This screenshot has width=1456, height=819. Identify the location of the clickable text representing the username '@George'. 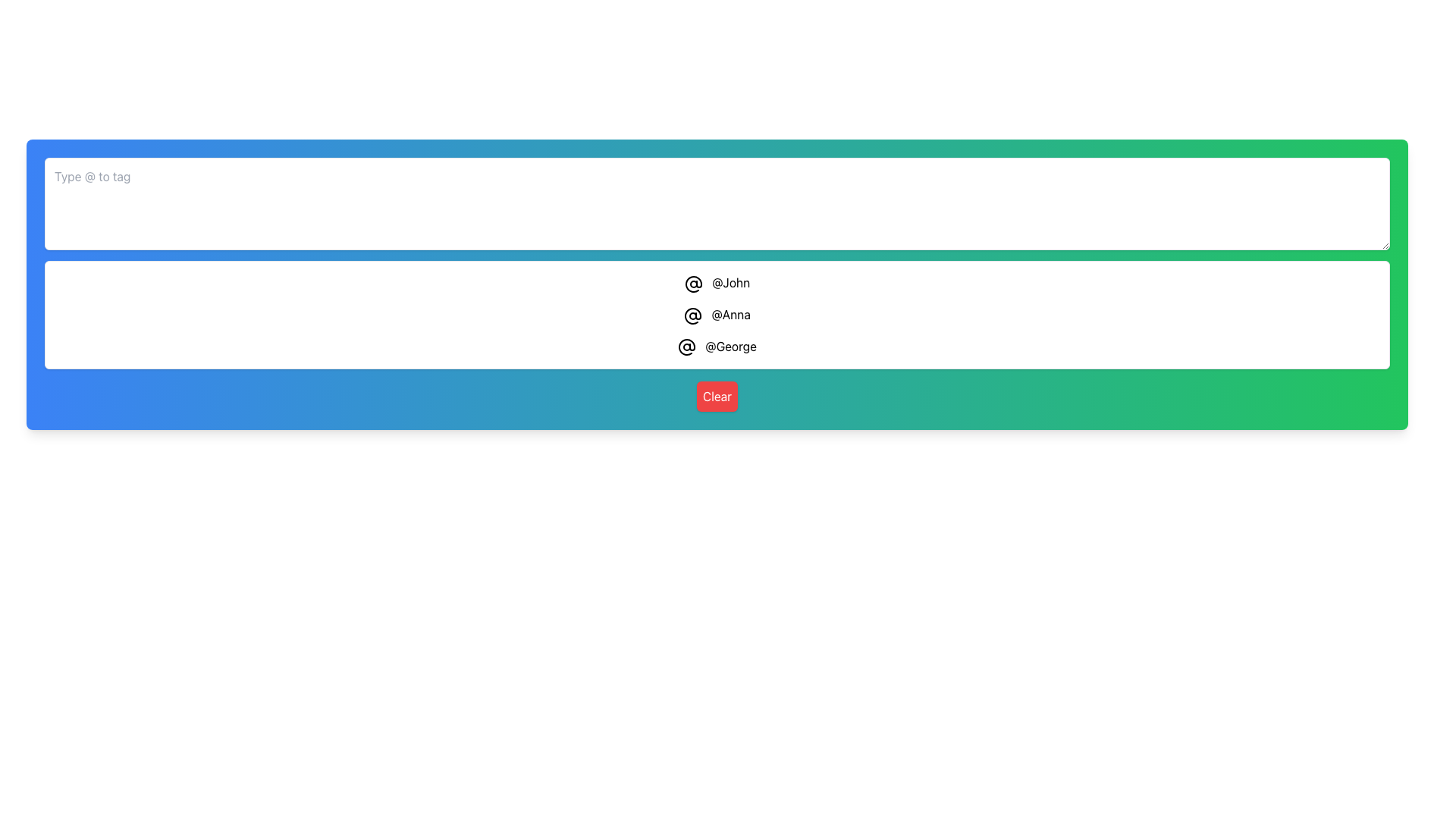
(716, 346).